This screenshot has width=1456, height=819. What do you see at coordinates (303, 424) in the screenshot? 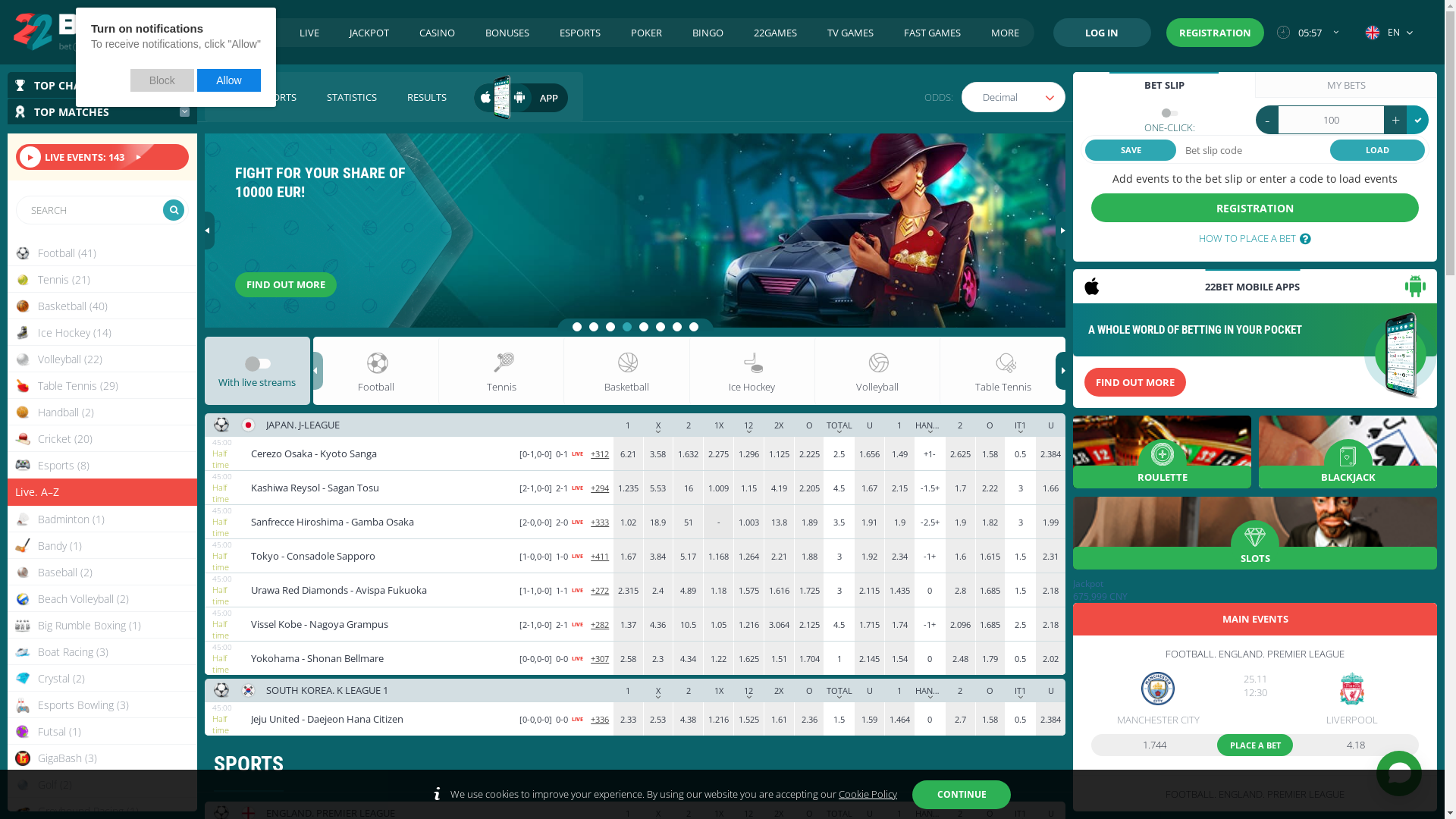
I see `'JAPAN. J-LEAGUE'` at bounding box center [303, 424].